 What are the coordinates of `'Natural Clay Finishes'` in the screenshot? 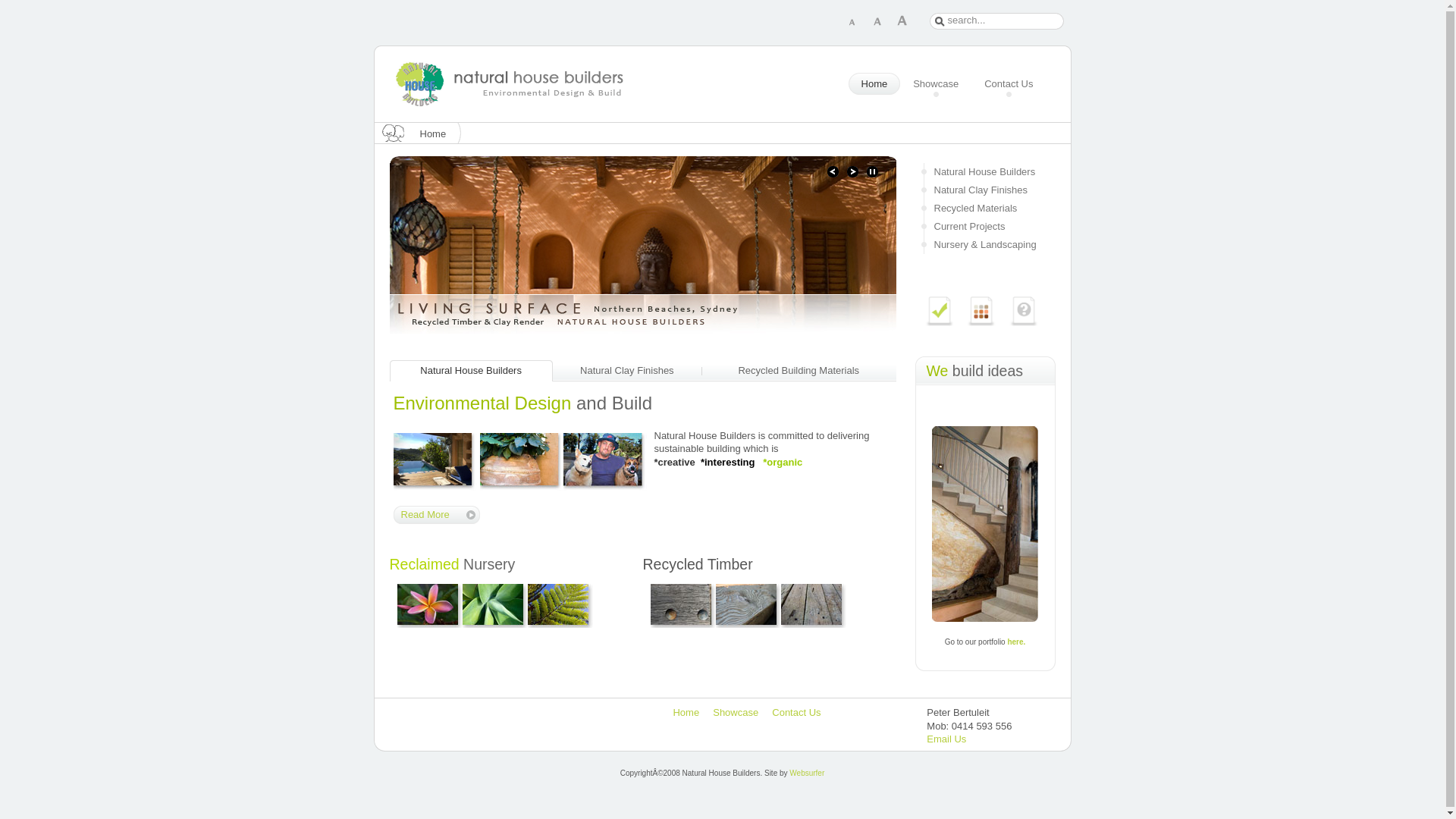 It's located at (984, 189).